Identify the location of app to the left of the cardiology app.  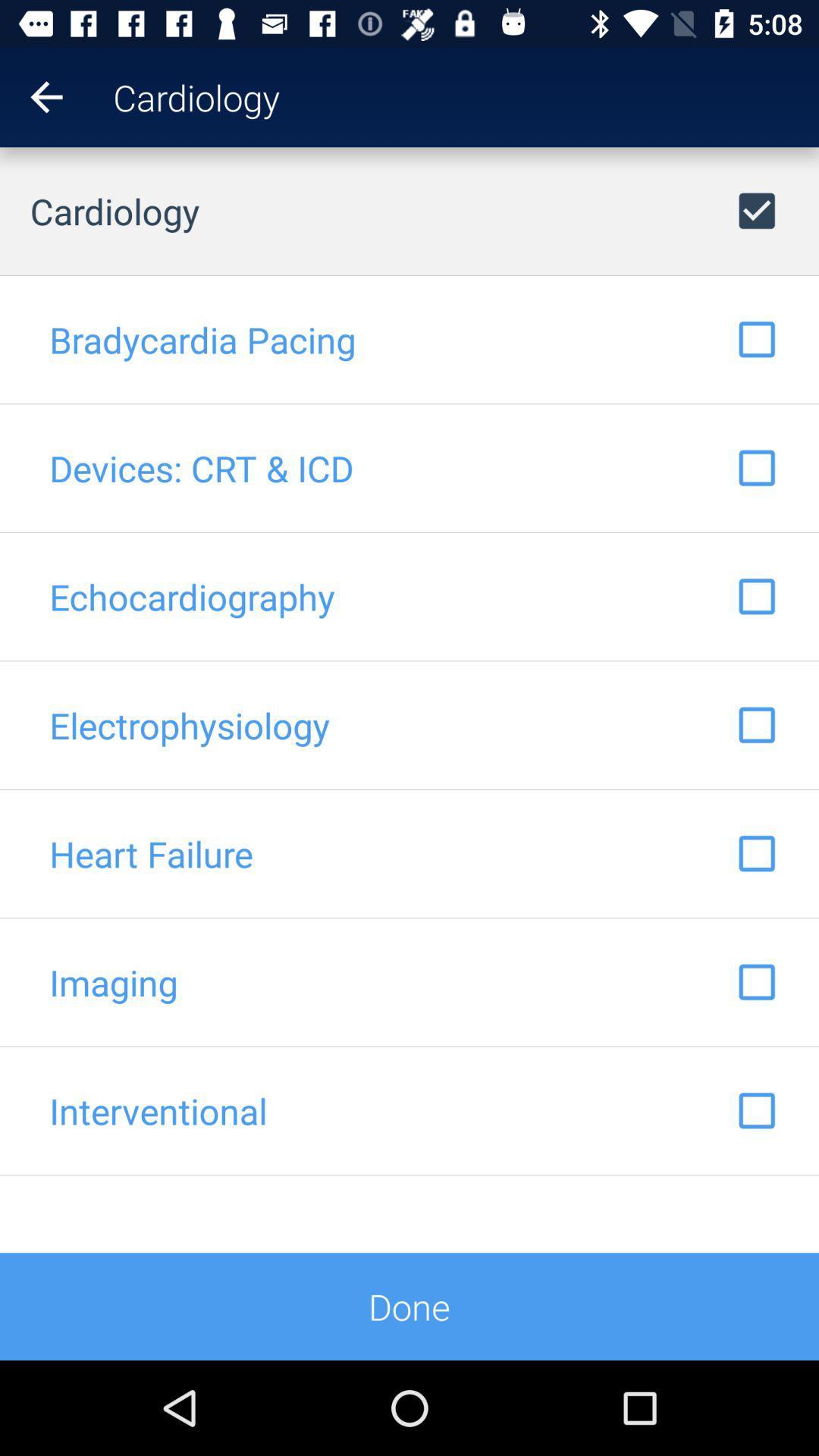
(31, 96).